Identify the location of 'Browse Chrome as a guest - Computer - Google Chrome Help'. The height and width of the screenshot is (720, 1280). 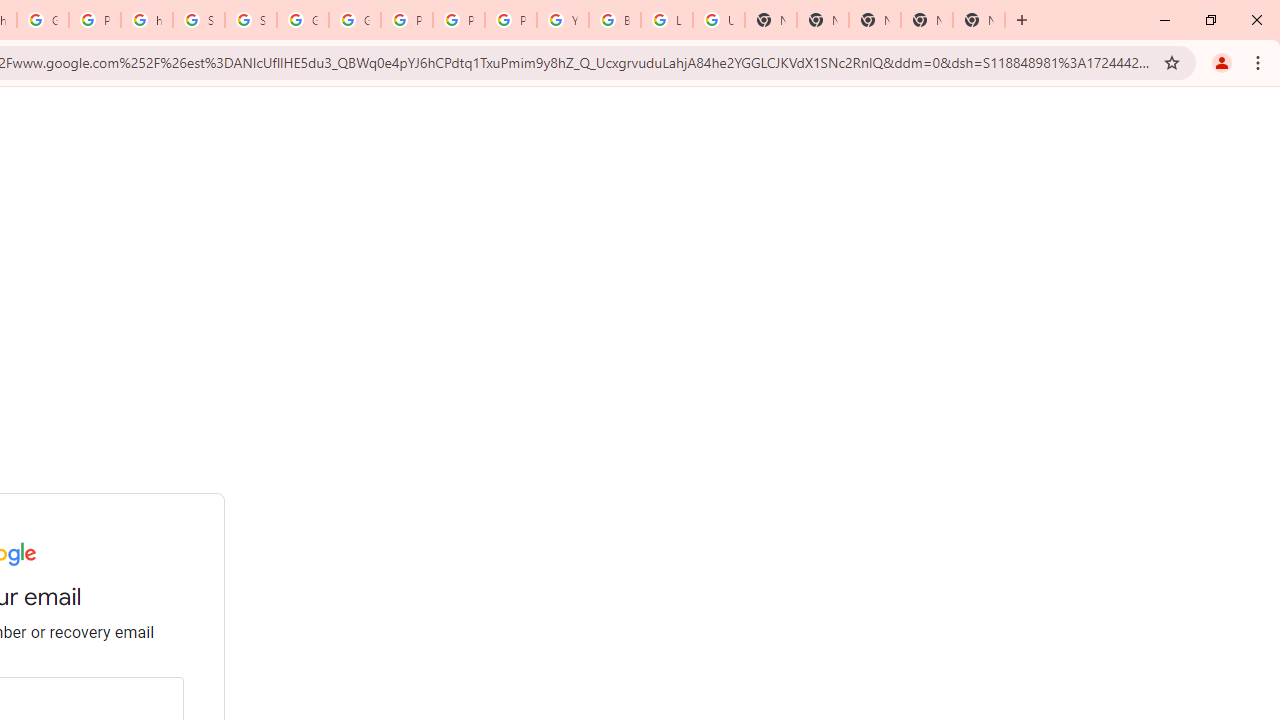
(614, 20).